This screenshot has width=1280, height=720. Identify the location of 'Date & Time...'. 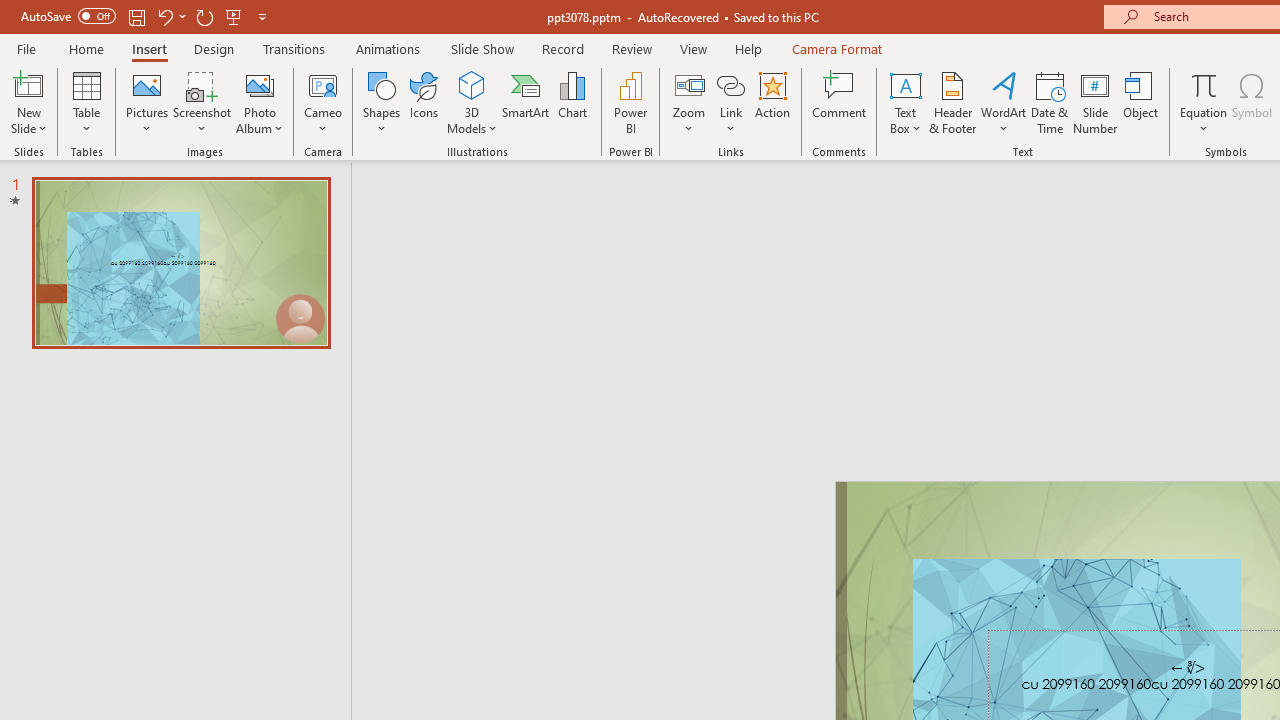
(1049, 103).